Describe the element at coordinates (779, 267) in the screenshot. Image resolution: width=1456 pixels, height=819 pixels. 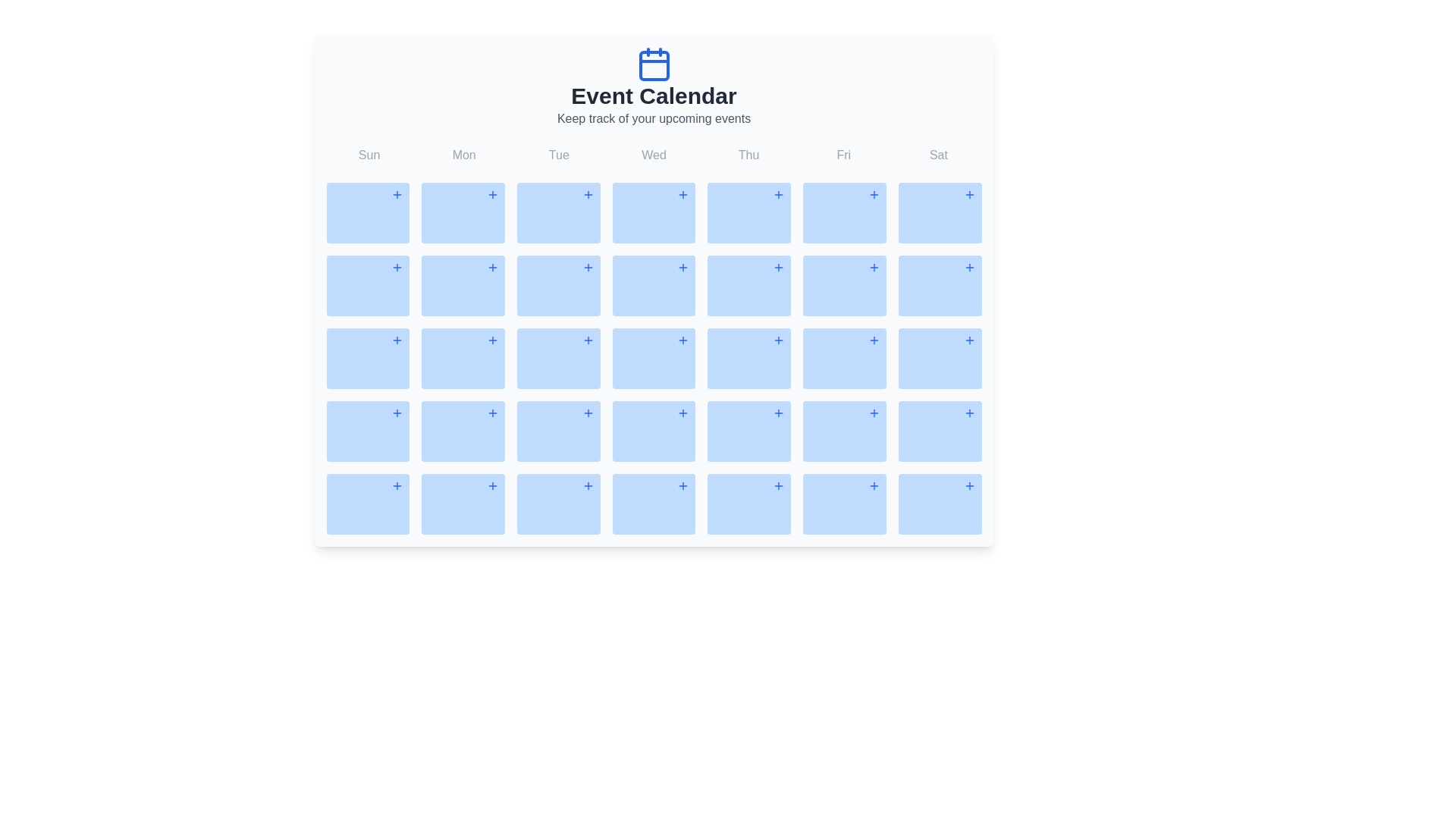
I see `the small blue circular button with a white plus icon located at the top-right corner of the 'Thursday' calendar cell` at that location.